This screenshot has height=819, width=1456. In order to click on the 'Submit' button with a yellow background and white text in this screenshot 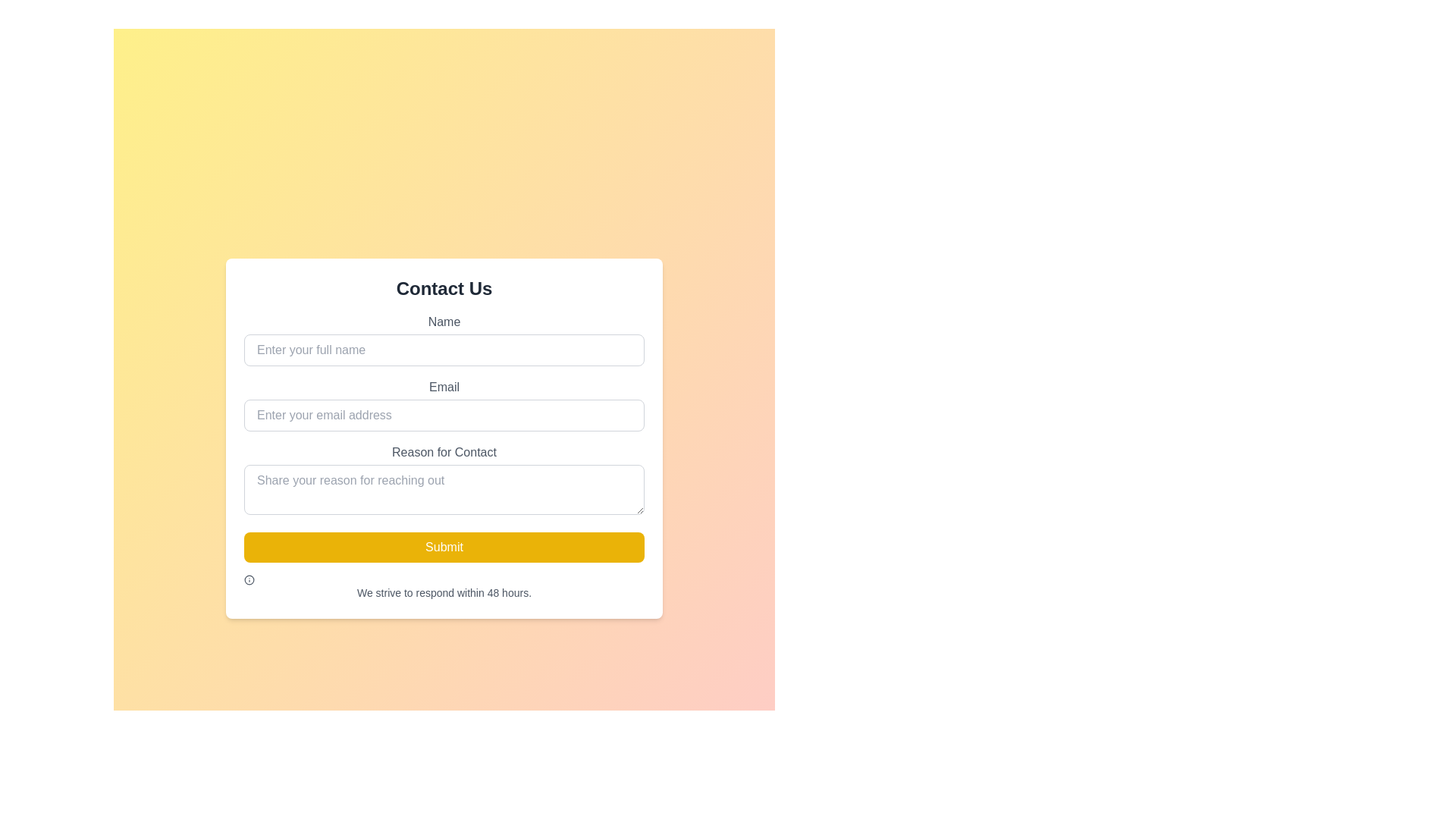, I will do `click(443, 547)`.